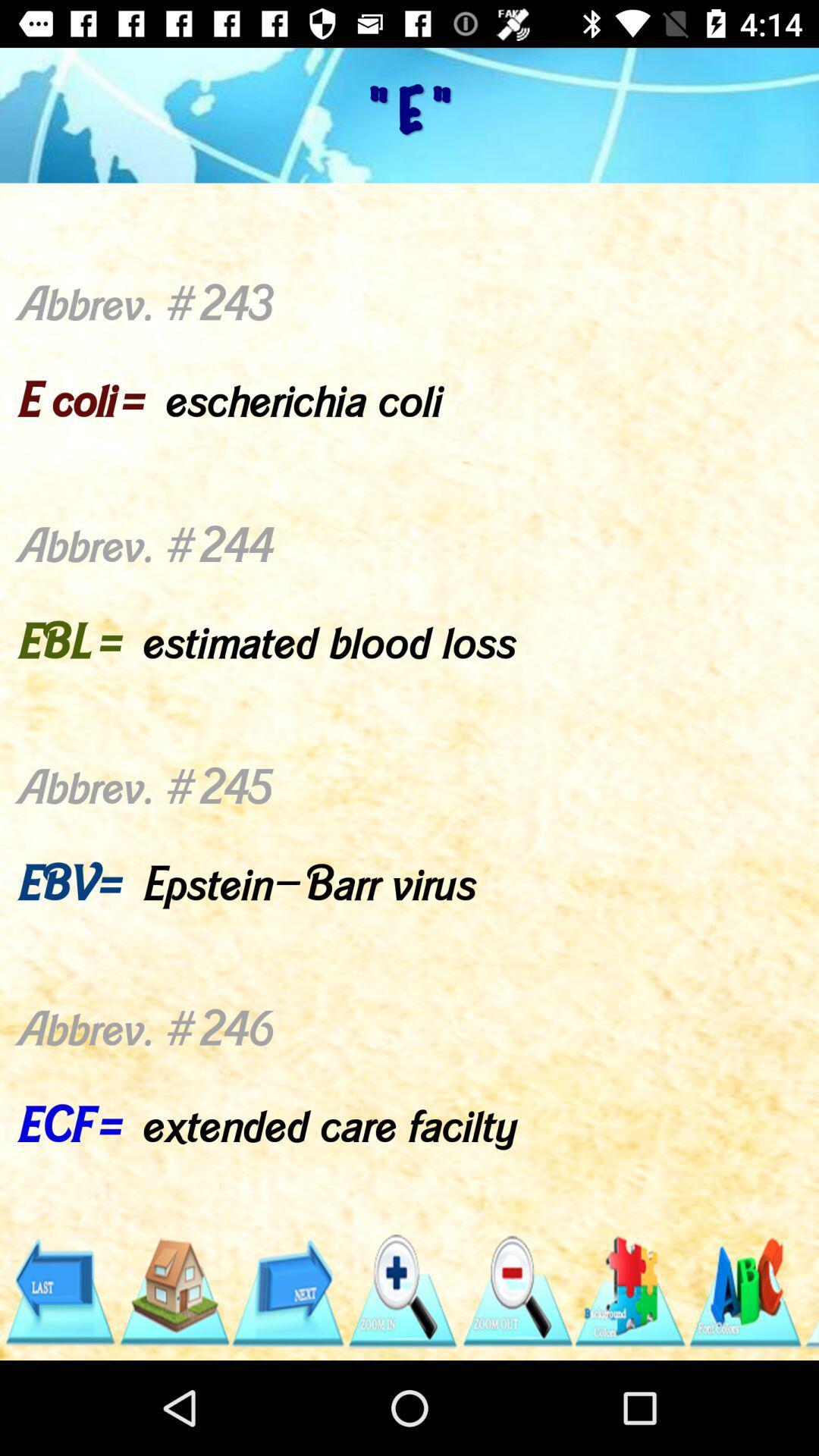 Image resolution: width=819 pixels, height=1456 pixels. Describe the element at coordinates (173, 1291) in the screenshot. I see `home page` at that location.